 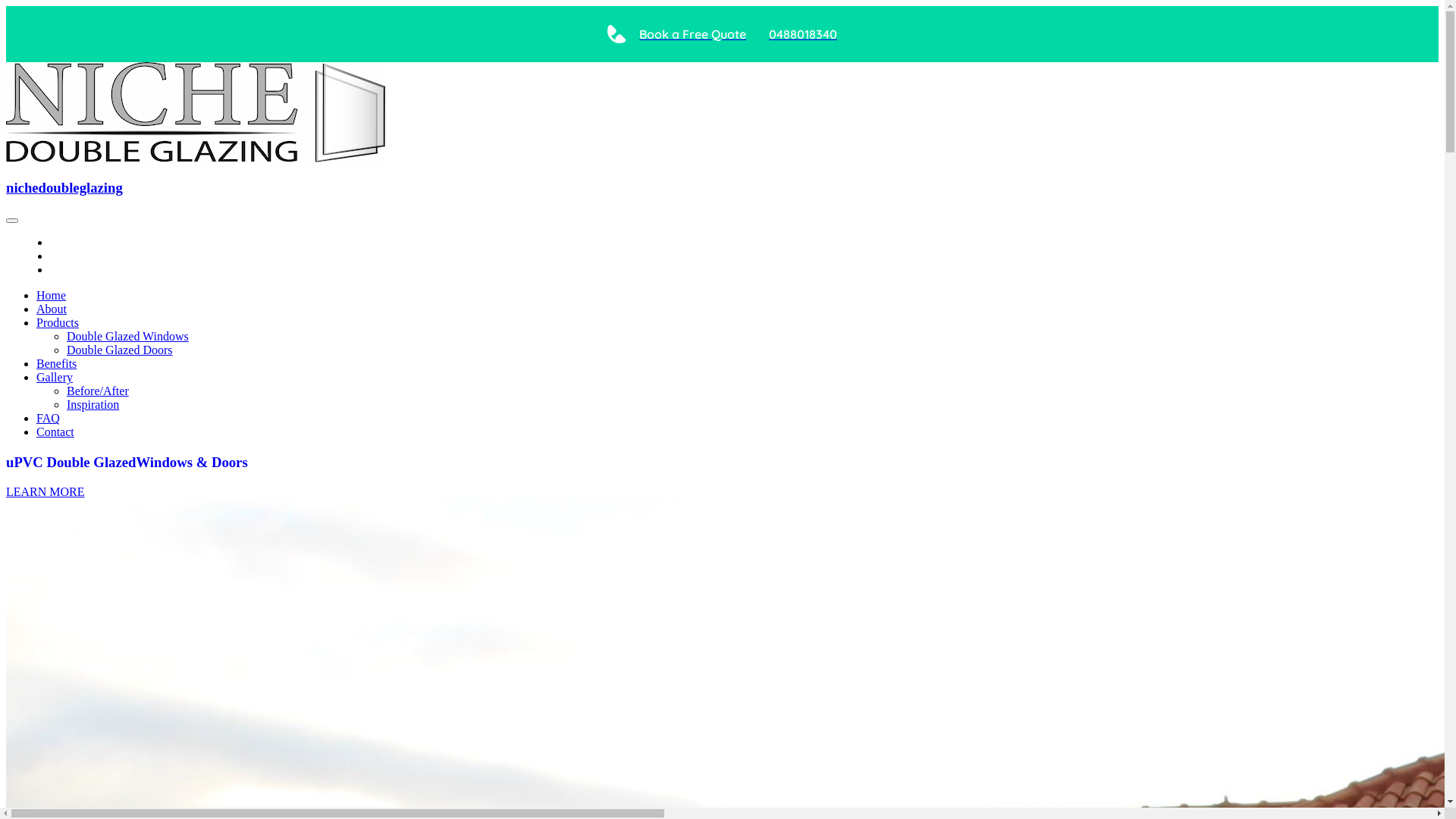 What do you see at coordinates (48, 418) in the screenshot?
I see `'FAQ'` at bounding box center [48, 418].